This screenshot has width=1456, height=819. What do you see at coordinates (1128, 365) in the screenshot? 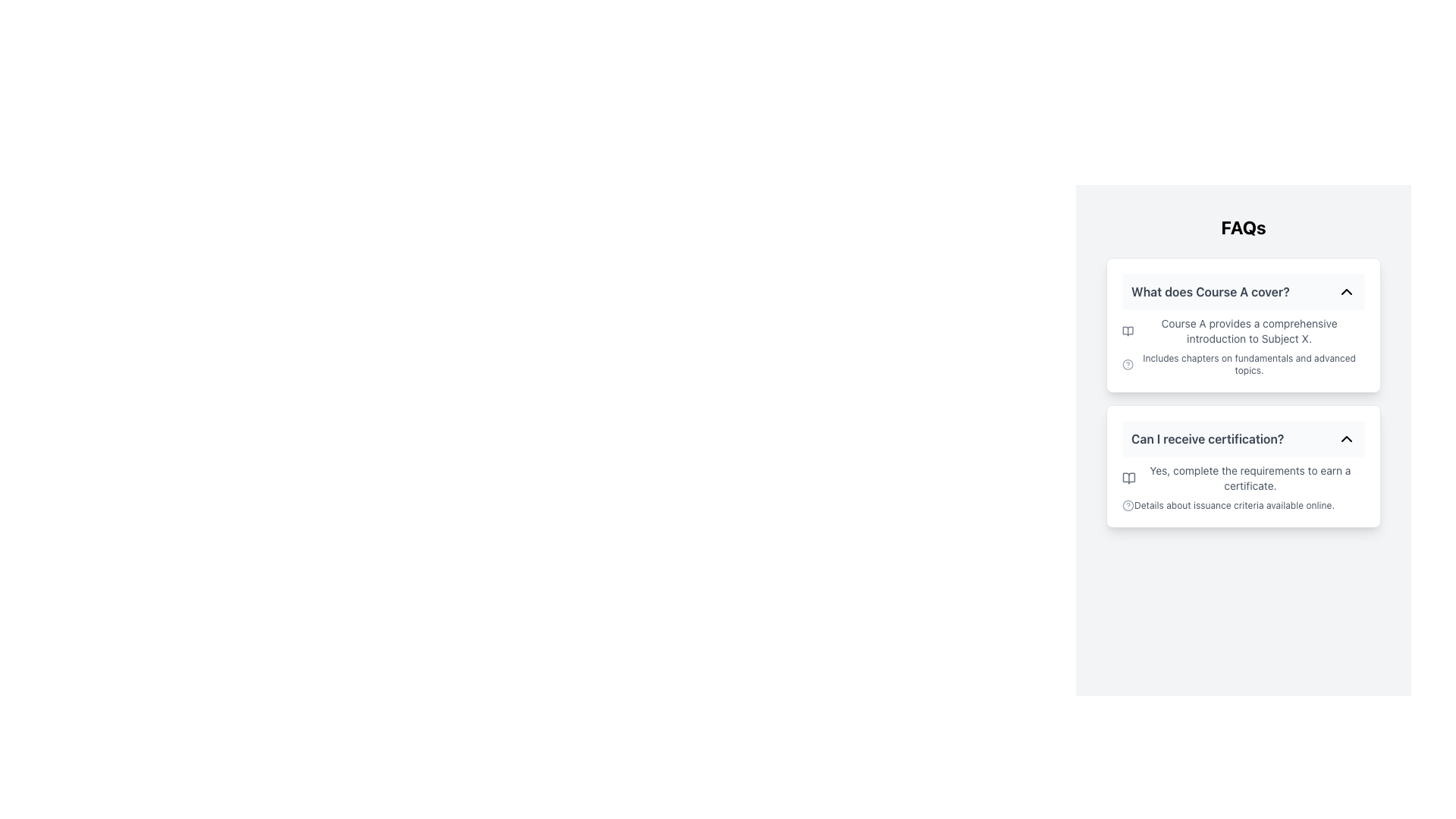
I see `the help icon represented by a question mark inside a gray circle, located next to the text 'Includes chapters on fundamentals and advanced topics.' in the first FAQ item under 'What does Course A cover?'` at bounding box center [1128, 365].